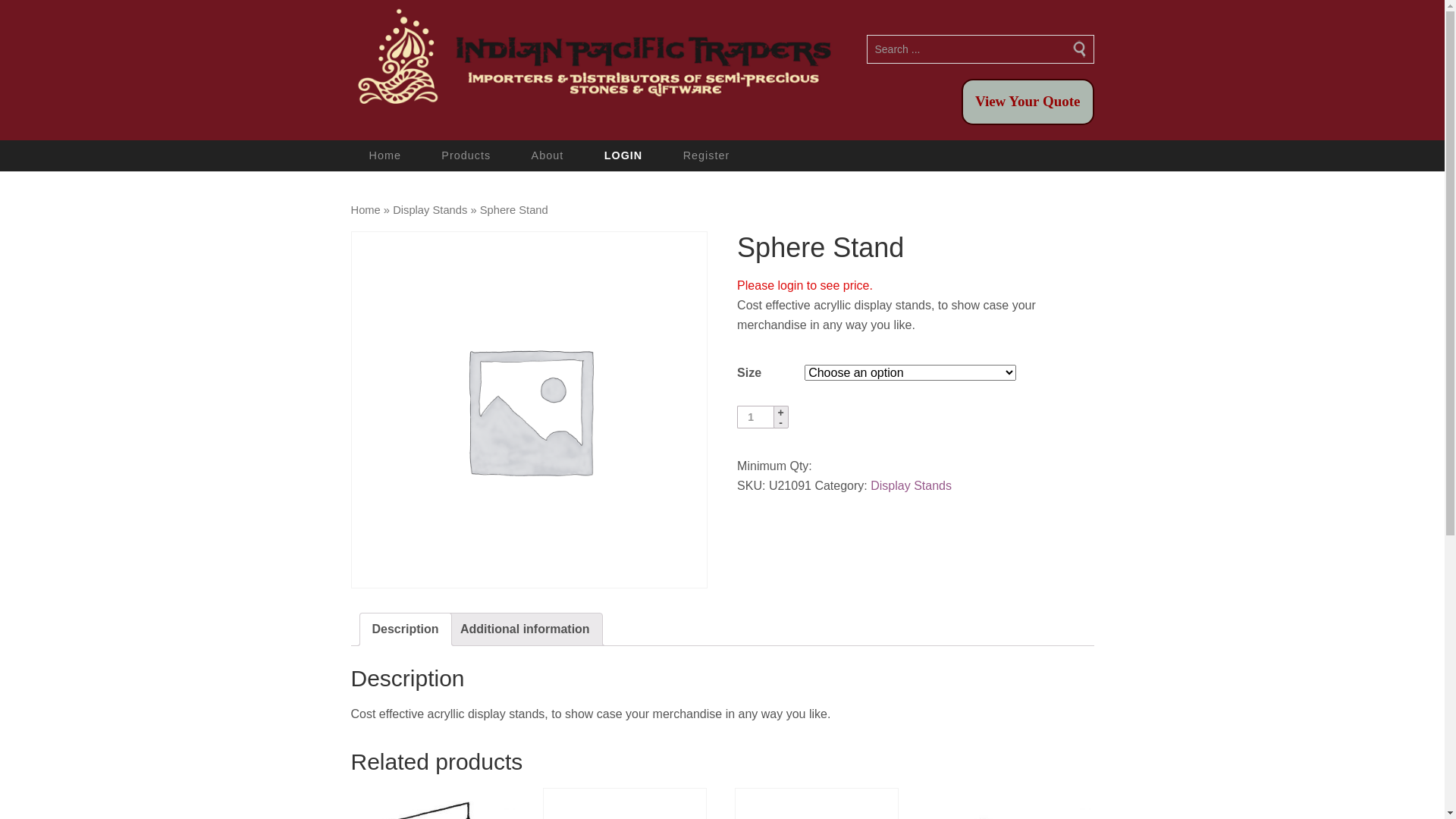  I want to click on 'Additional information', so click(525, 629).